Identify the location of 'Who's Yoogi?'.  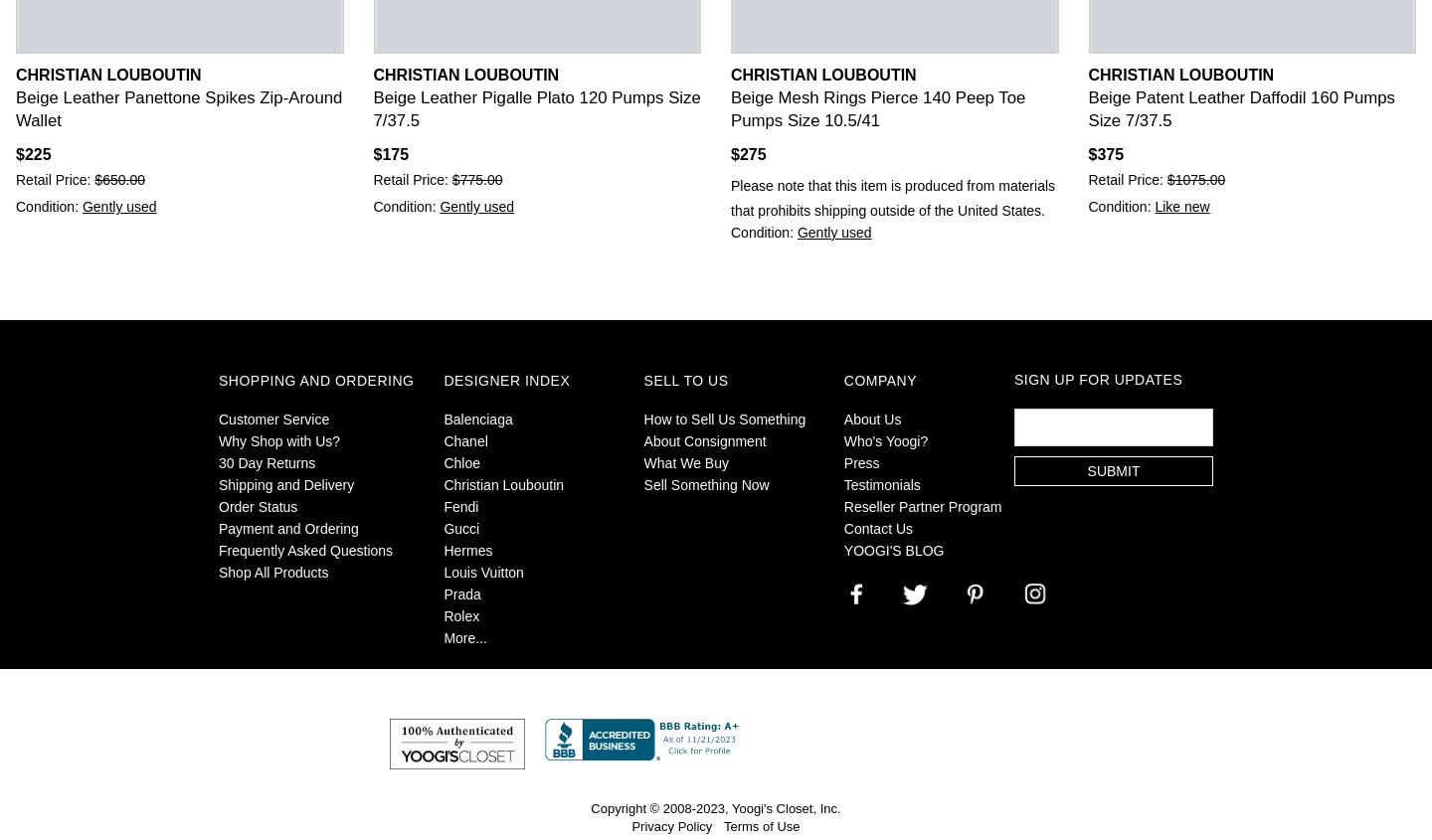
(884, 440).